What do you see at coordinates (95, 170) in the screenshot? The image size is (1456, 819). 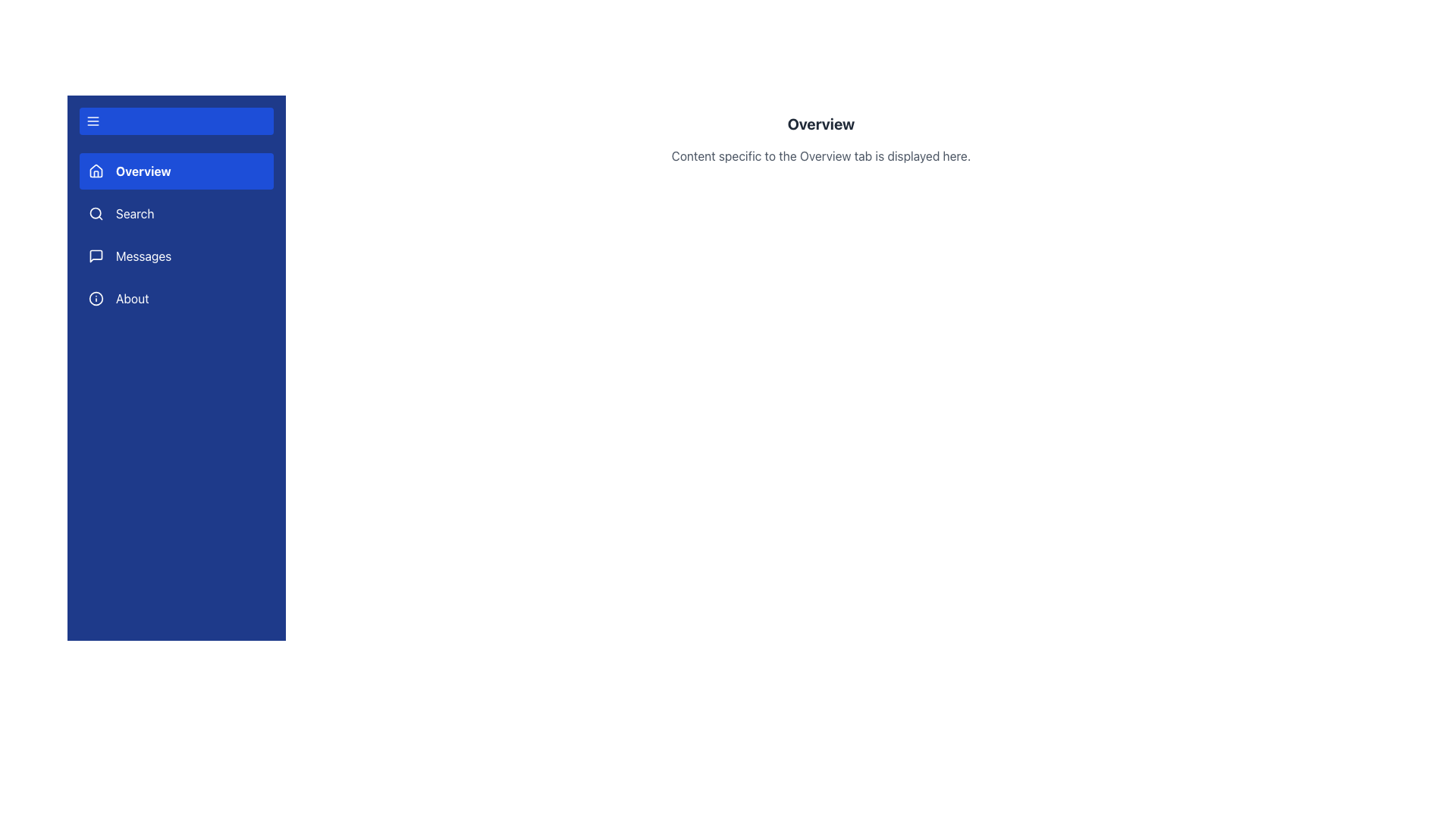 I see `the house icon located in the navigation sidebar next to the 'Overview' text` at bounding box center [95, 170].